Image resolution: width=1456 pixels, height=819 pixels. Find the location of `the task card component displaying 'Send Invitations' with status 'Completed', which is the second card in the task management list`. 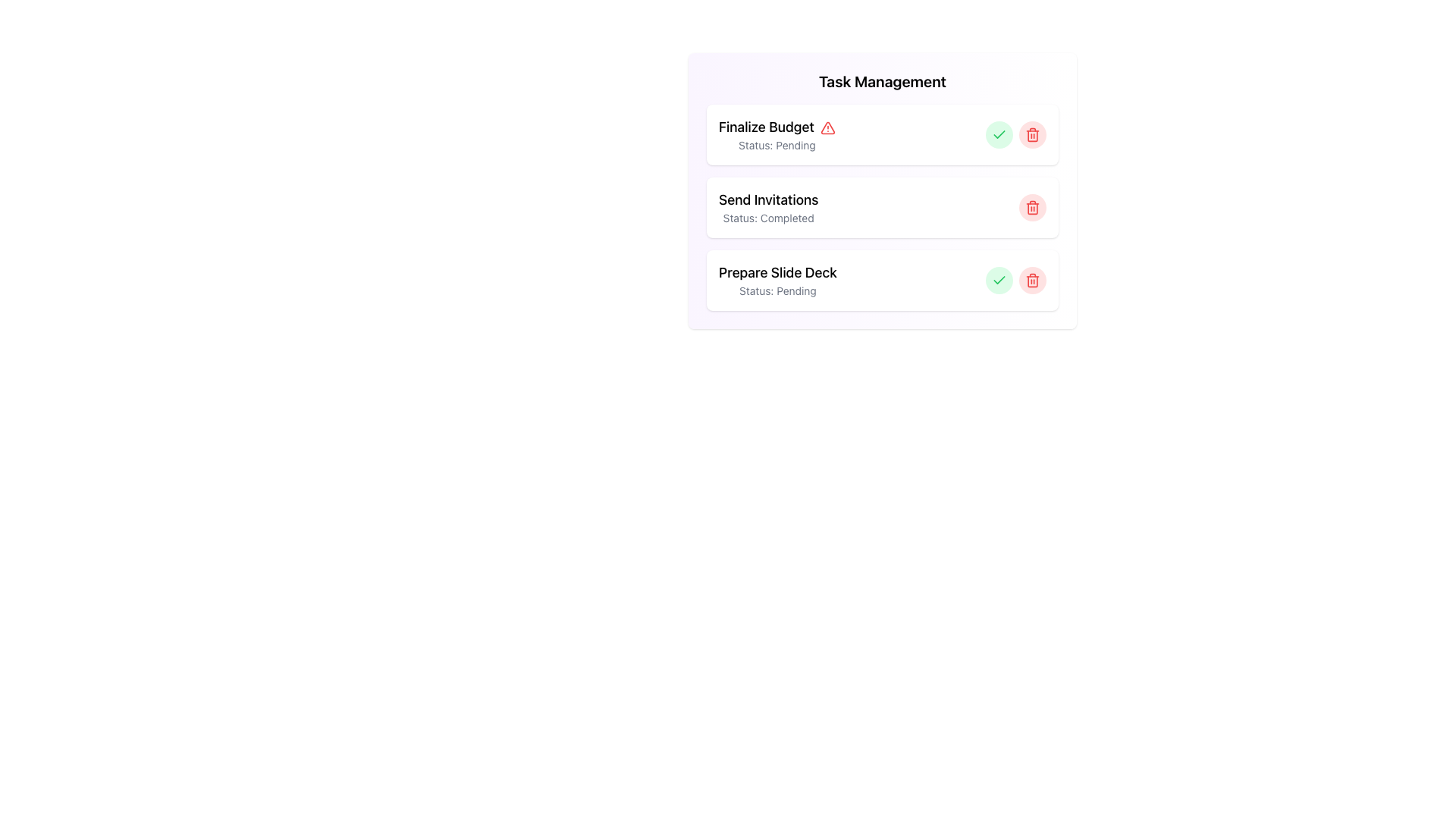

the task card component displaying 'Send Invitations' with status 'Completed', which is the second card in the task management list is located at coordinates (882, 190).